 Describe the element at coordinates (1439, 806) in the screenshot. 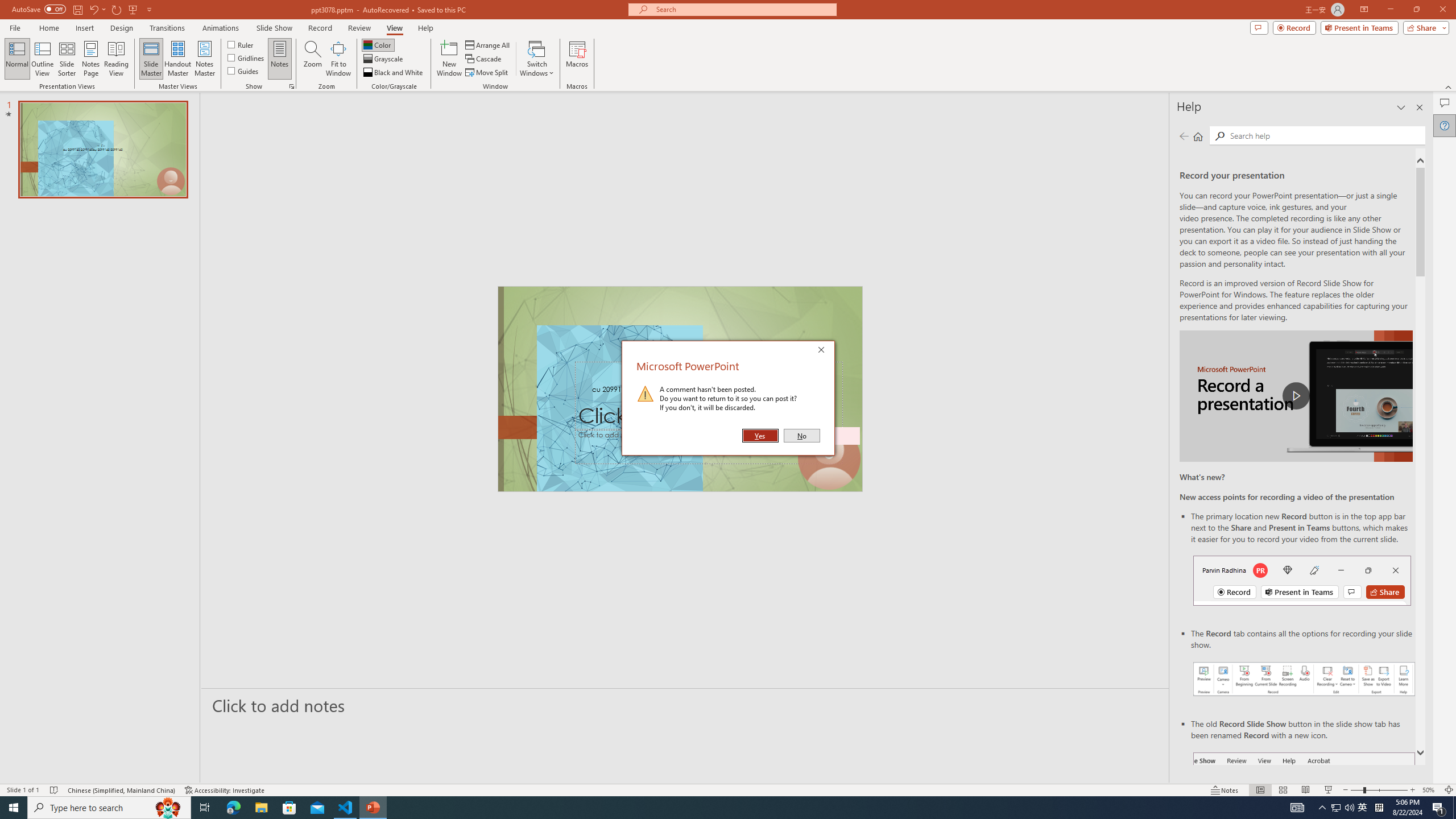

I see `'Action Center, 1 new notification'` at that location.